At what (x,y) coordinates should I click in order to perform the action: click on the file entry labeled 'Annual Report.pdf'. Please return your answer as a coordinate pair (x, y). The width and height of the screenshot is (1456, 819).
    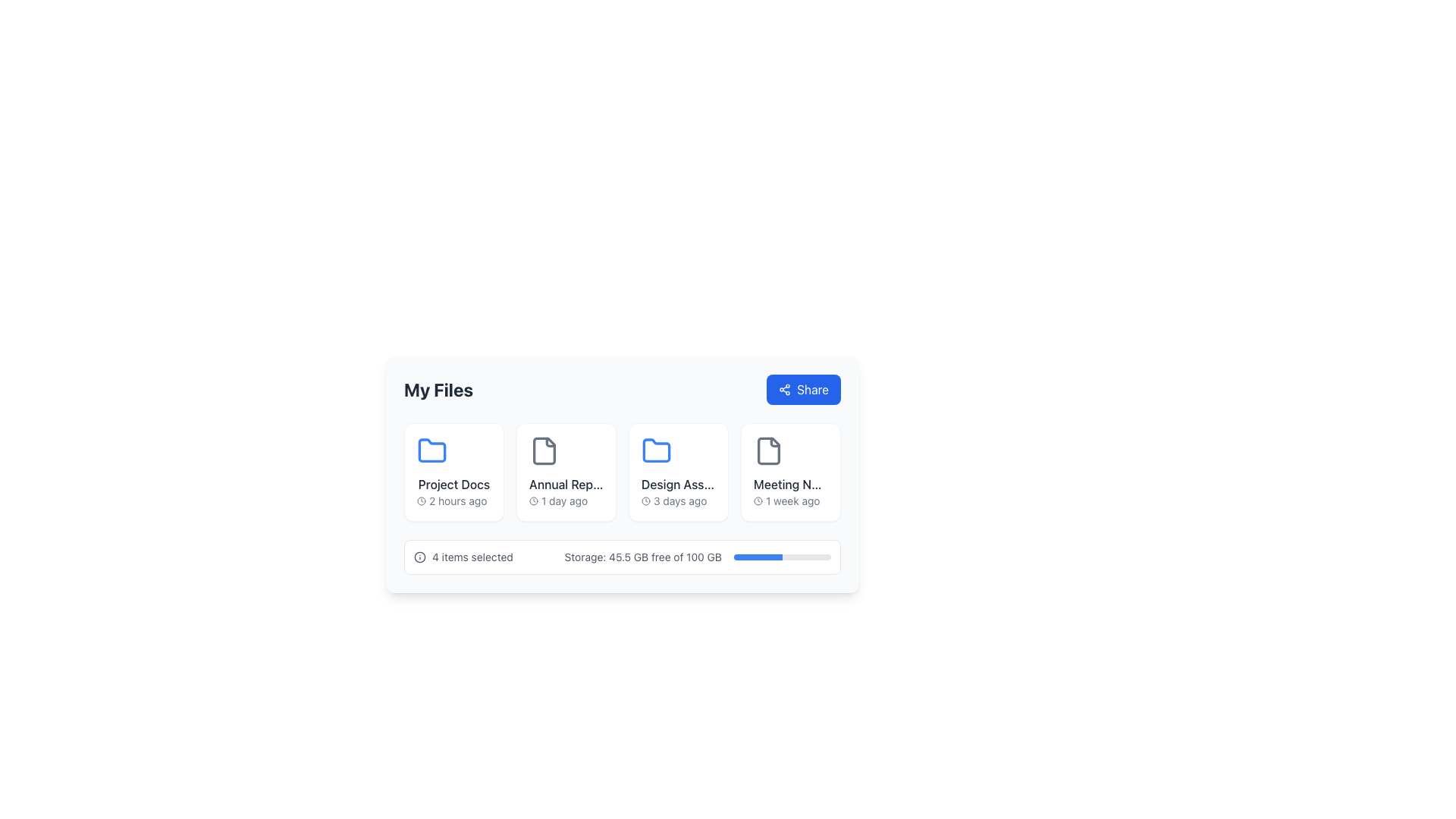
    Looking at the image, I should click on (566, 472).